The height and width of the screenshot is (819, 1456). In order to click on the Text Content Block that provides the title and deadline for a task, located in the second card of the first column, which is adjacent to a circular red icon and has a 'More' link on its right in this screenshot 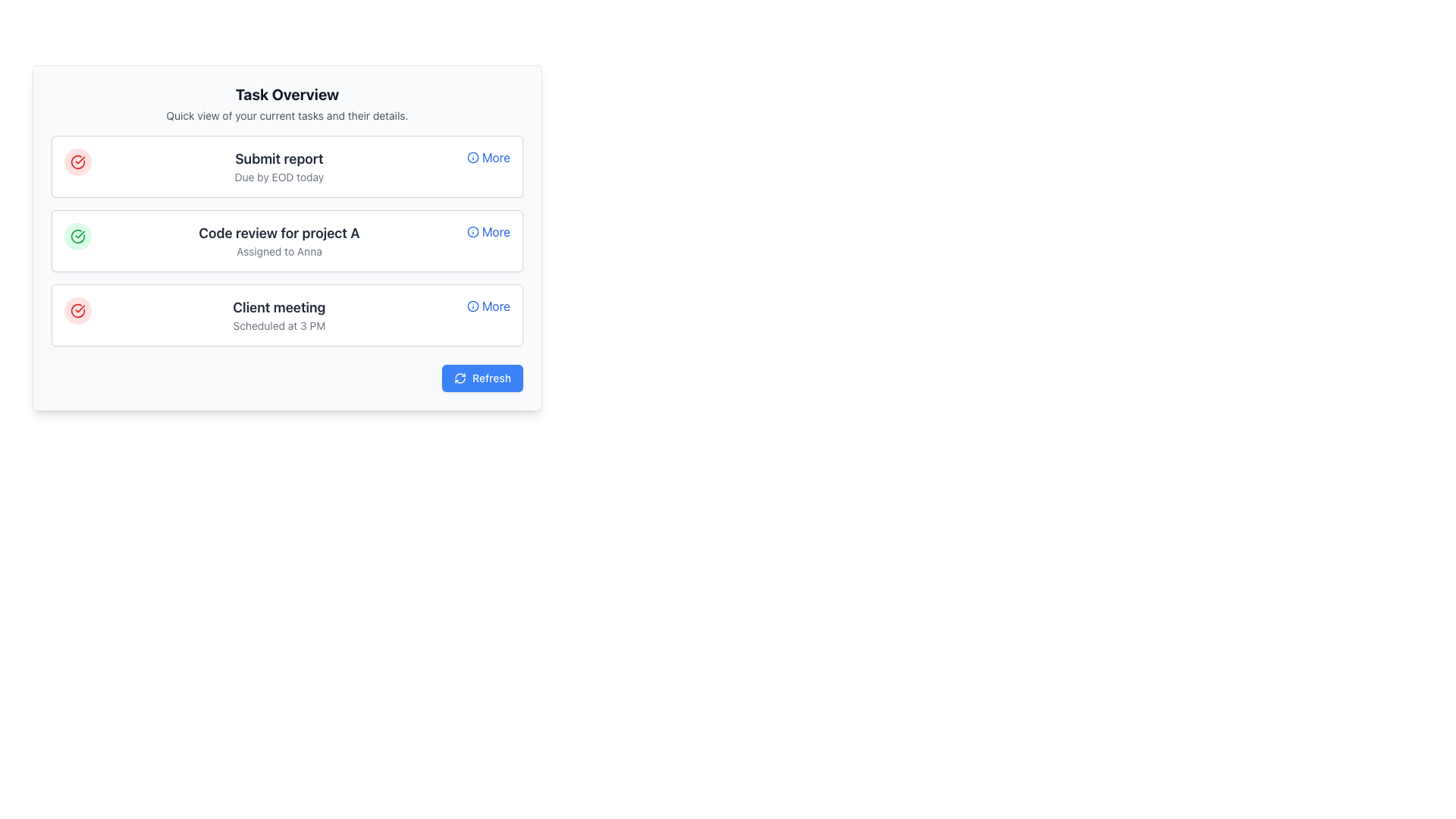, I will do `click(279, 166)`.